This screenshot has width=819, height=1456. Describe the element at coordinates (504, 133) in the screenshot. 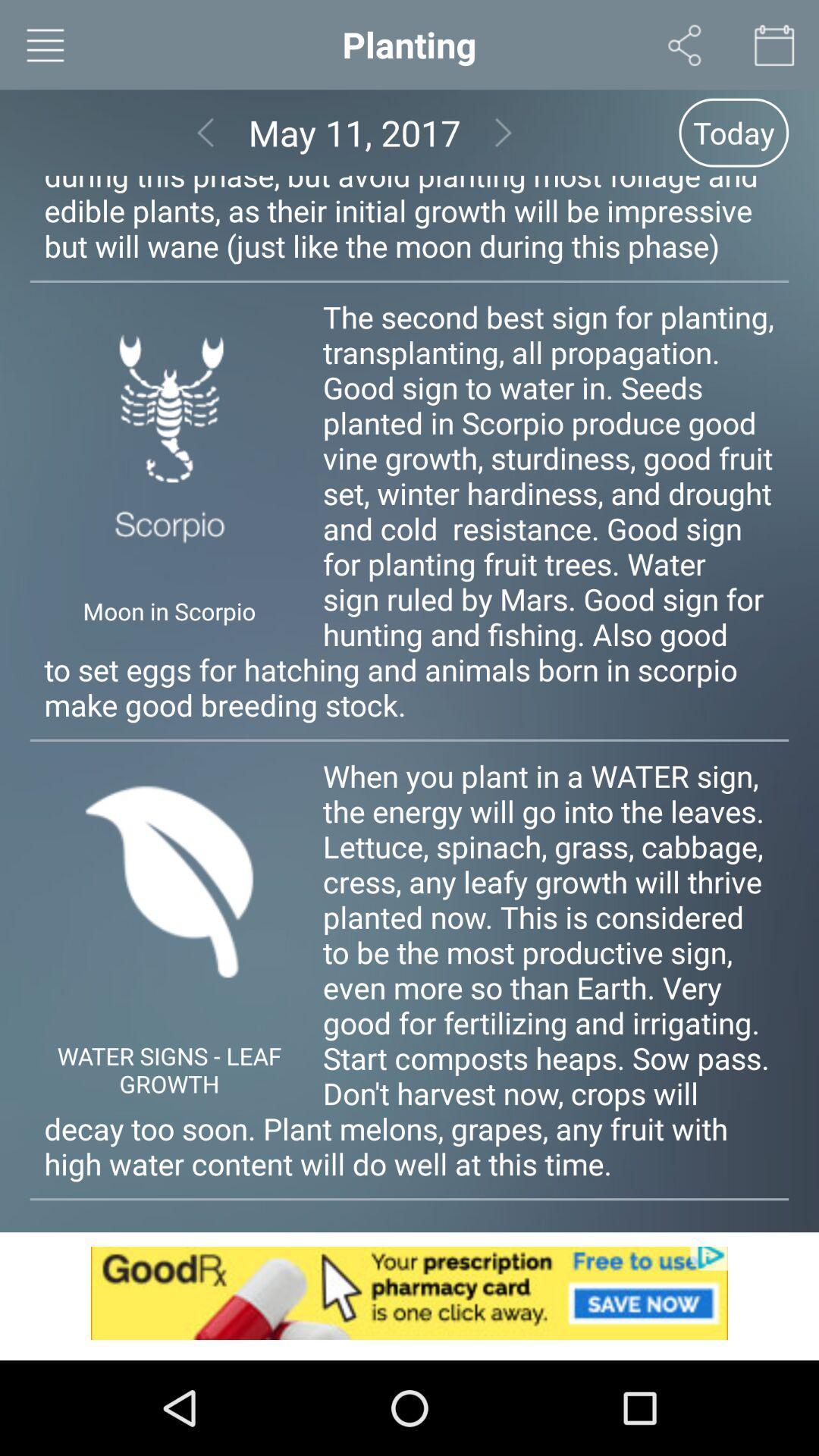

I see `next page` at that location.